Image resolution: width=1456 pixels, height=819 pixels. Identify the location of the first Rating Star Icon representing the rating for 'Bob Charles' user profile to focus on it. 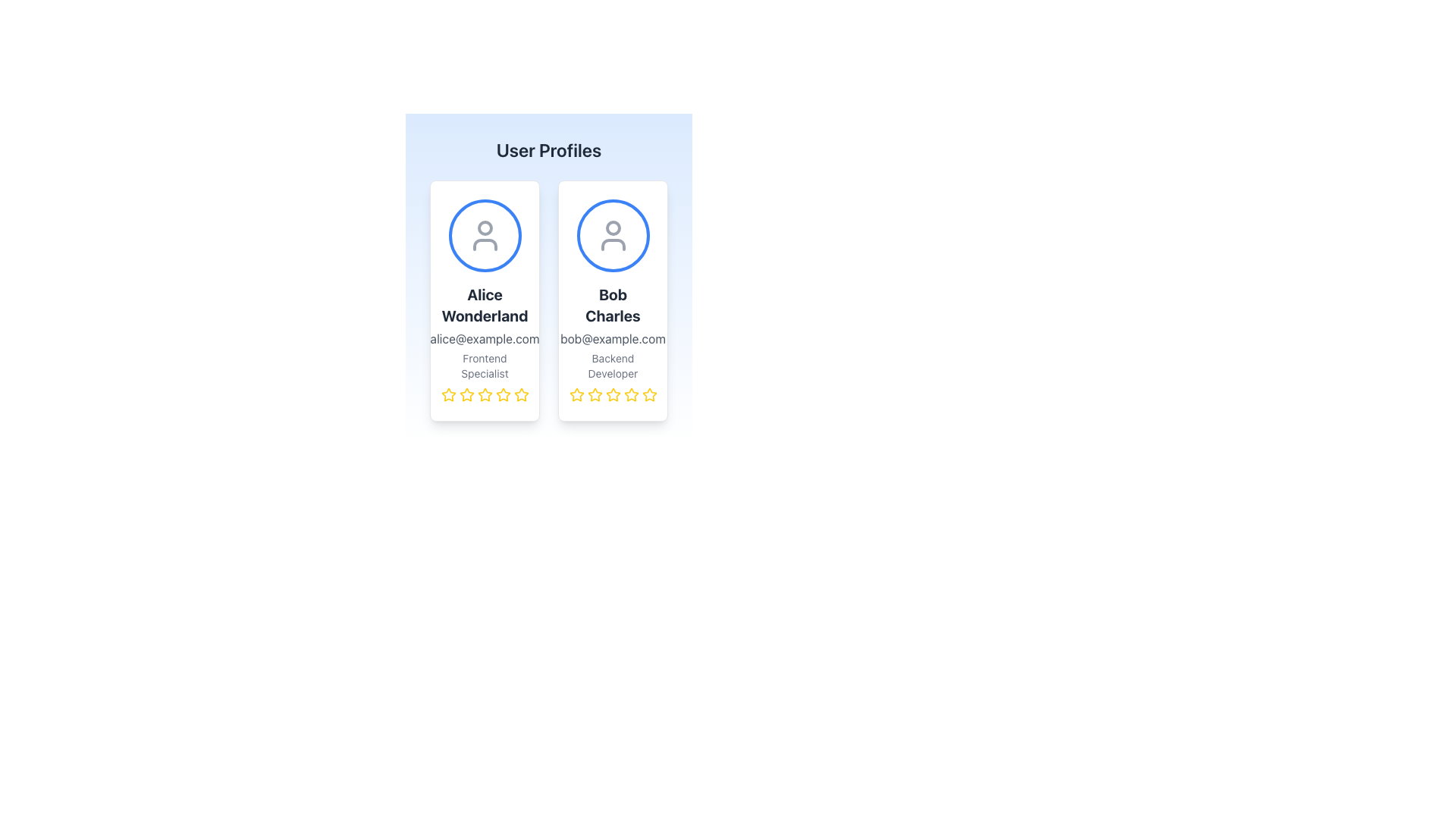
(576, 394).